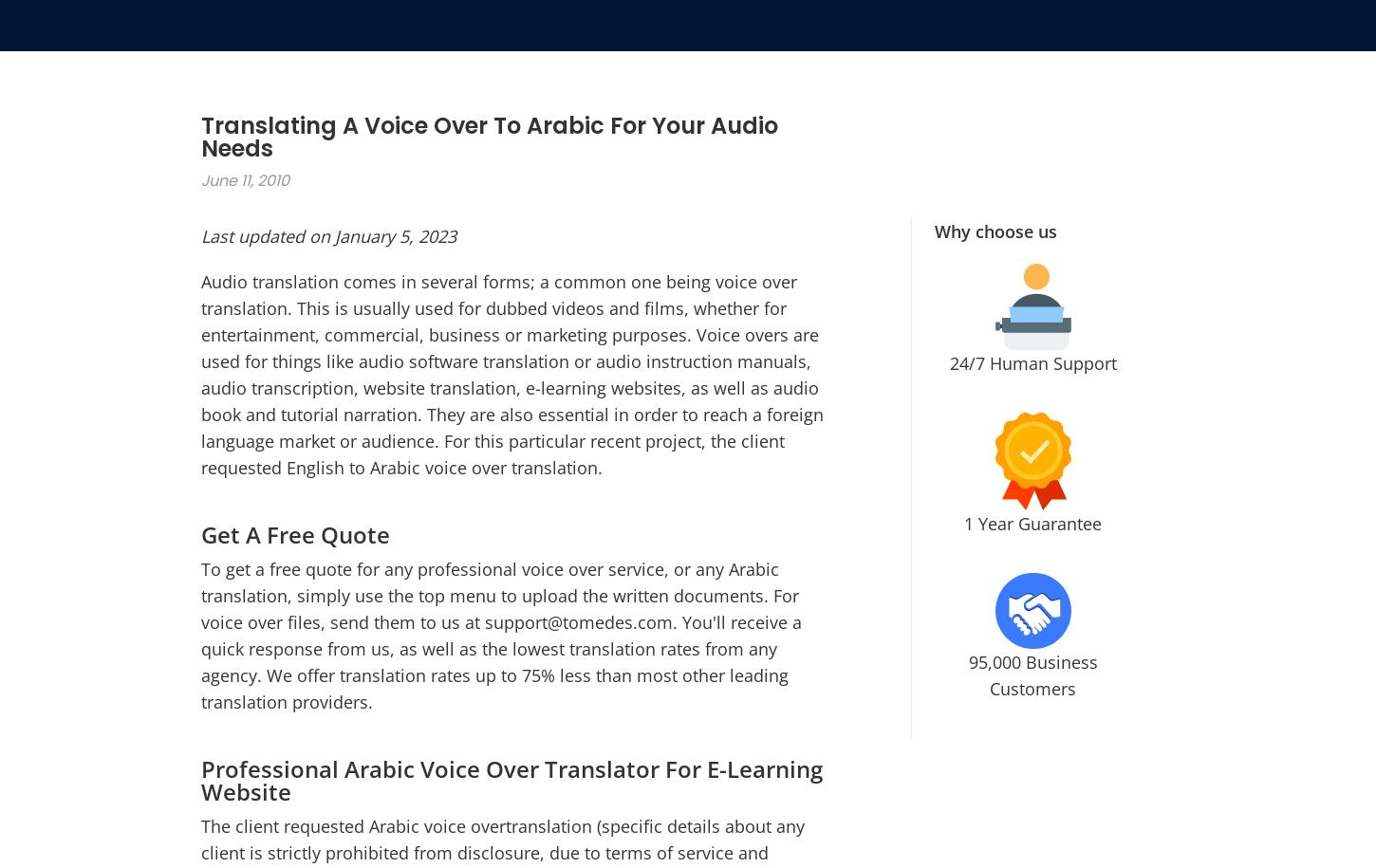  I want to click on 'TESTIMONIALS', so click(1026, 307).